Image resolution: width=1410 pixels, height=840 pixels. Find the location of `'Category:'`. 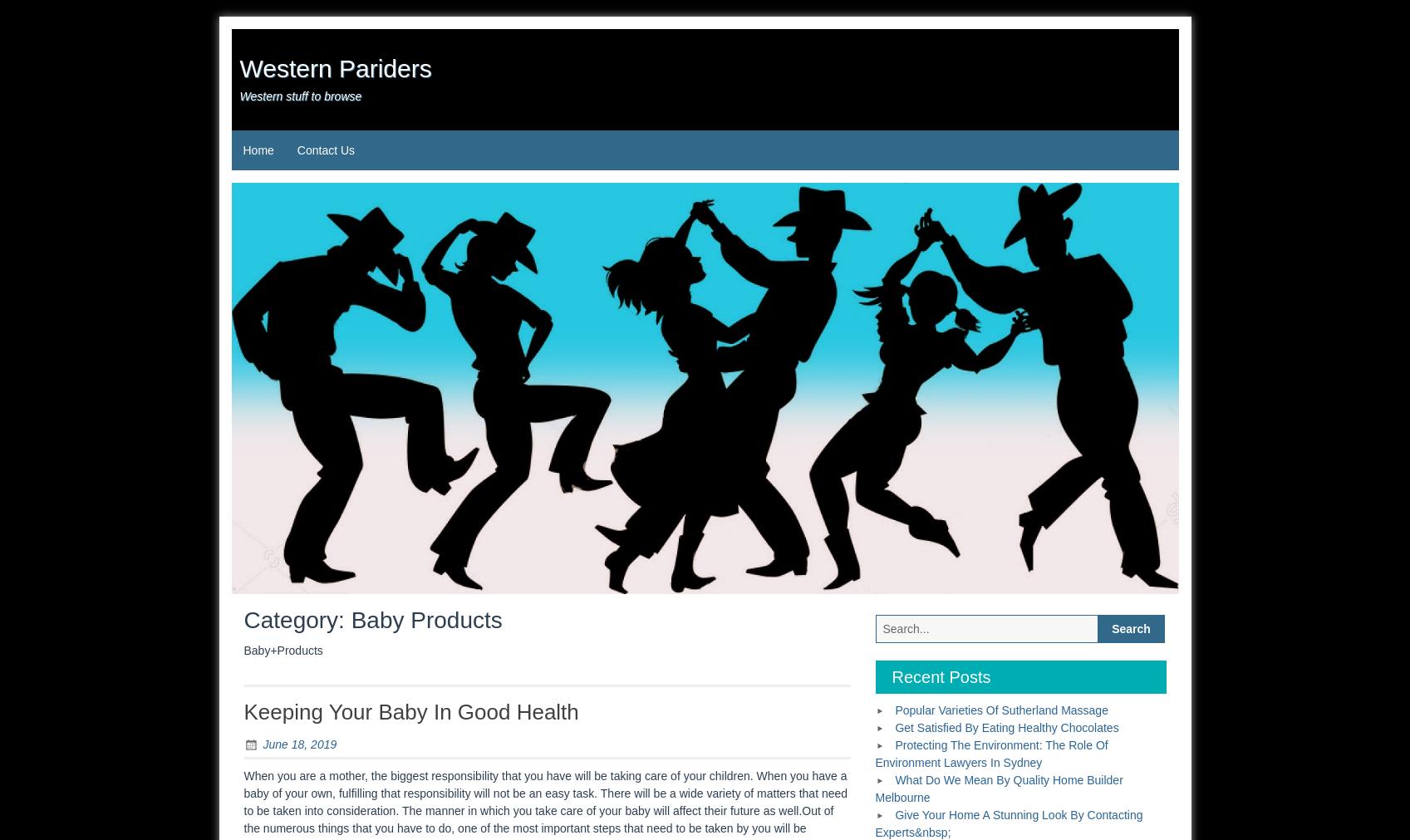

'Category:' is located at coordinates (297, 618).